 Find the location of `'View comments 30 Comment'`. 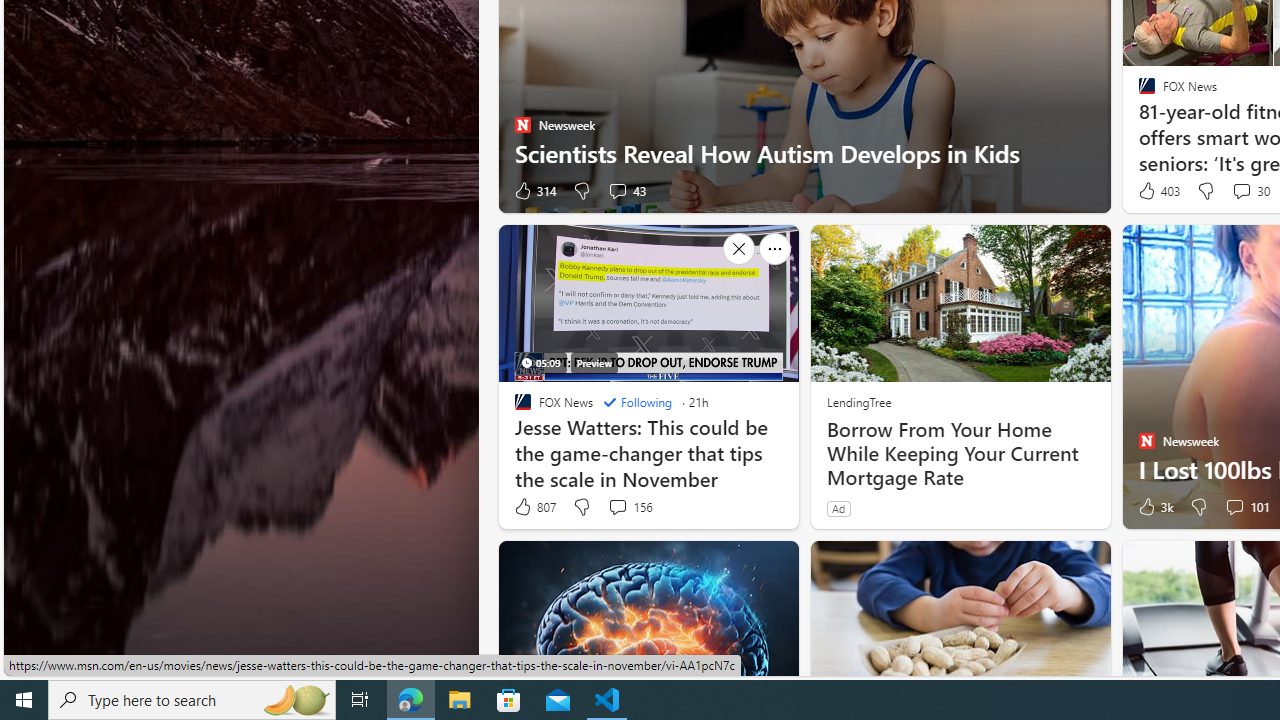

'View comments 30 Comment' is located at coordinates (1248, 191).